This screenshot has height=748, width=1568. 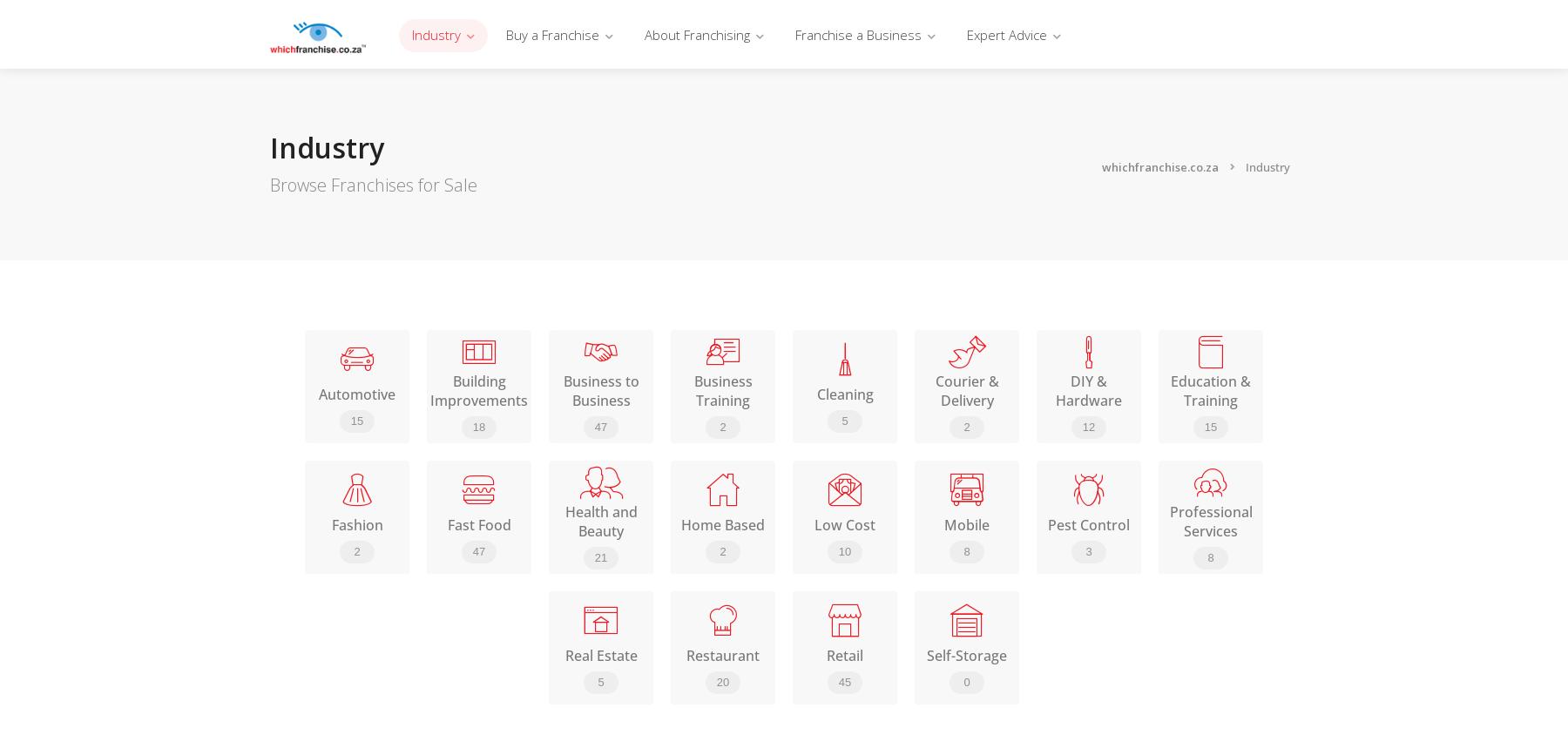 What do you see at coordinates (717, 126) in the screenshot?
I see `'Become a Franchisee'` at bounding box center [717, 126].